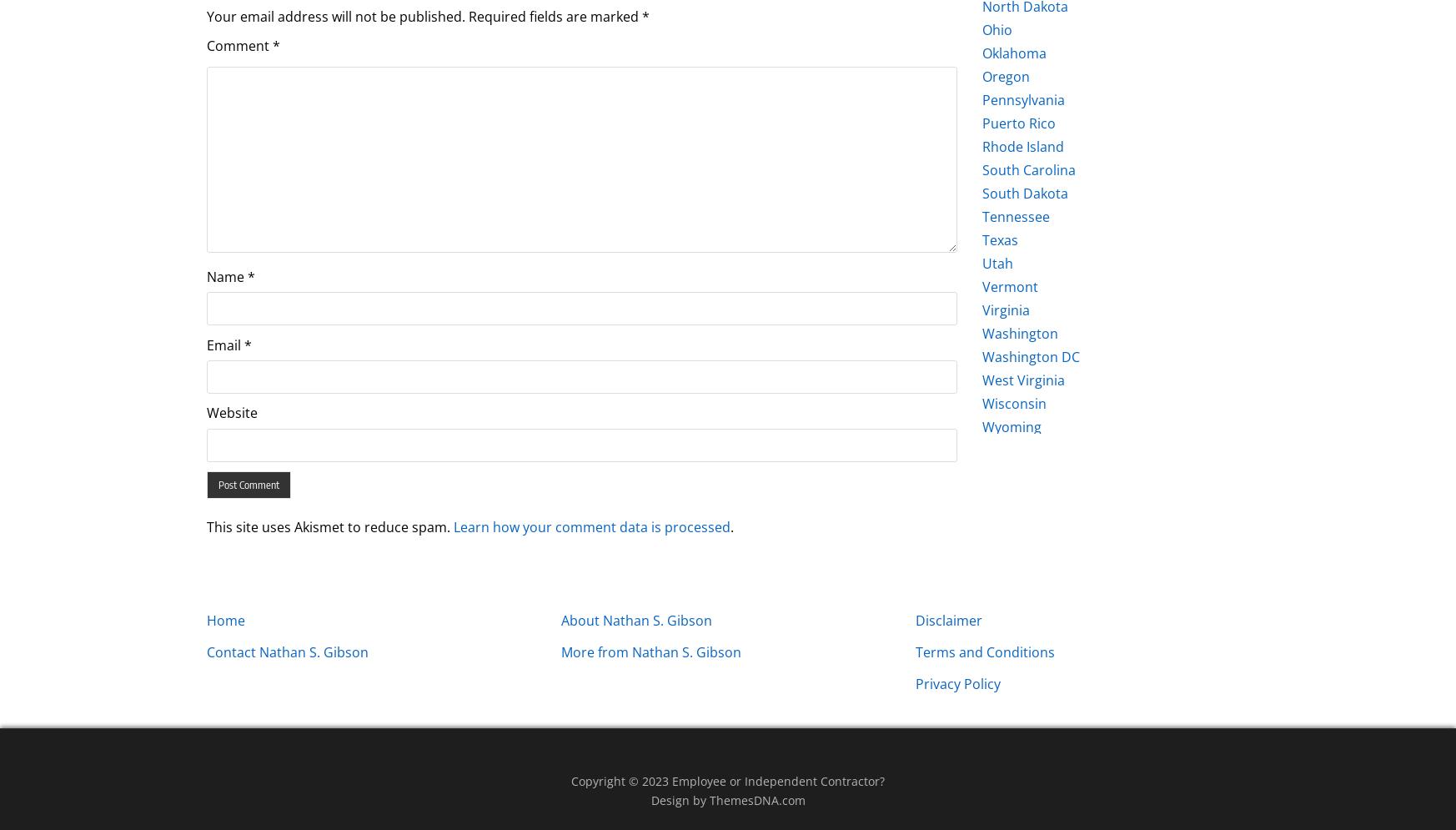  What do you see at coordinates (205, 276) in the screenshot?
I see `'Name'` at bounding box center [205, 276].